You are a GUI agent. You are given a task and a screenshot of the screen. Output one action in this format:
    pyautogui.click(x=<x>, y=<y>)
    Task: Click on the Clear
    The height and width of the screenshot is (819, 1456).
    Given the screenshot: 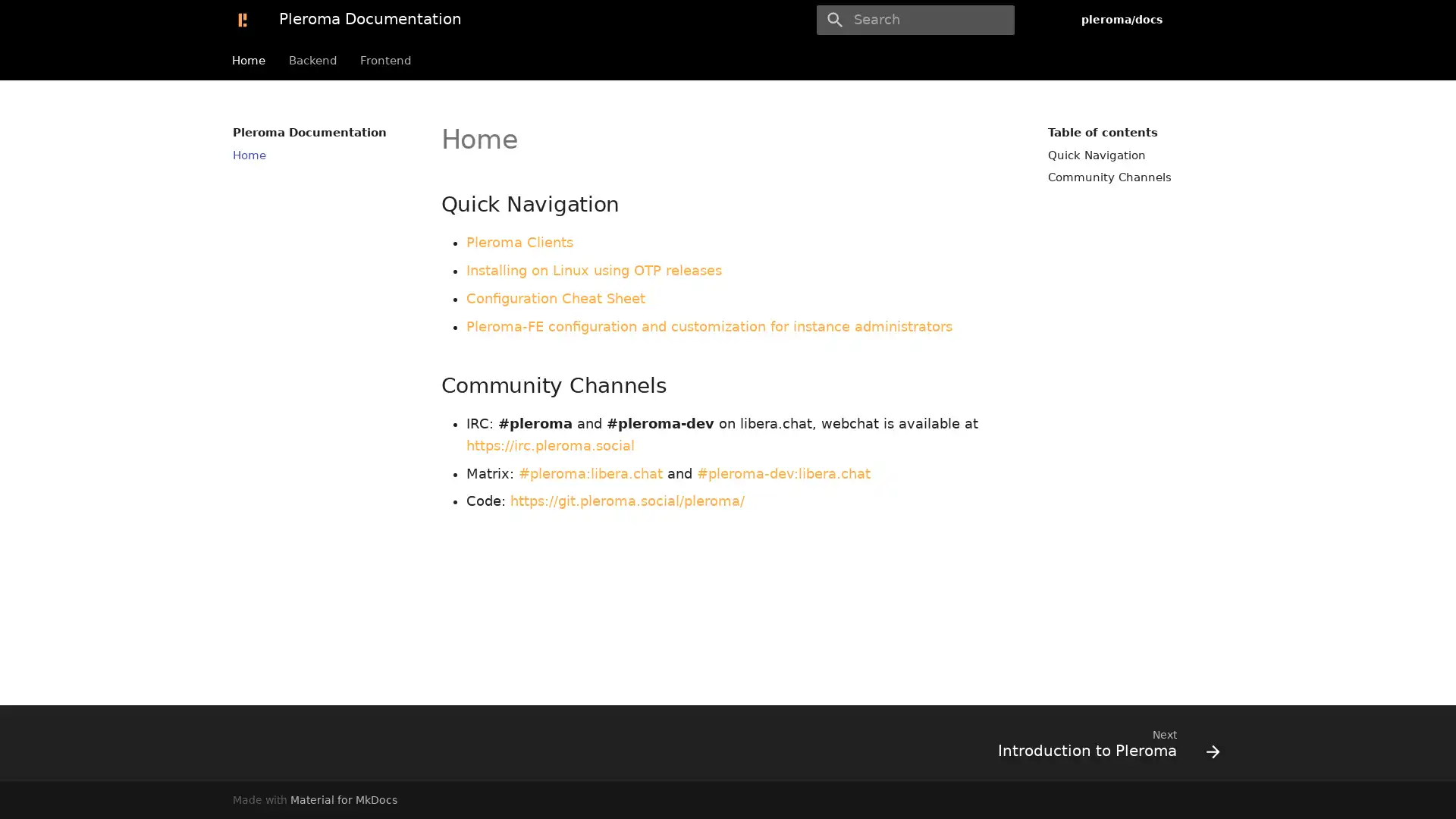 What is the action you would take?
    pyautogui.click(x=996, y=20)
    